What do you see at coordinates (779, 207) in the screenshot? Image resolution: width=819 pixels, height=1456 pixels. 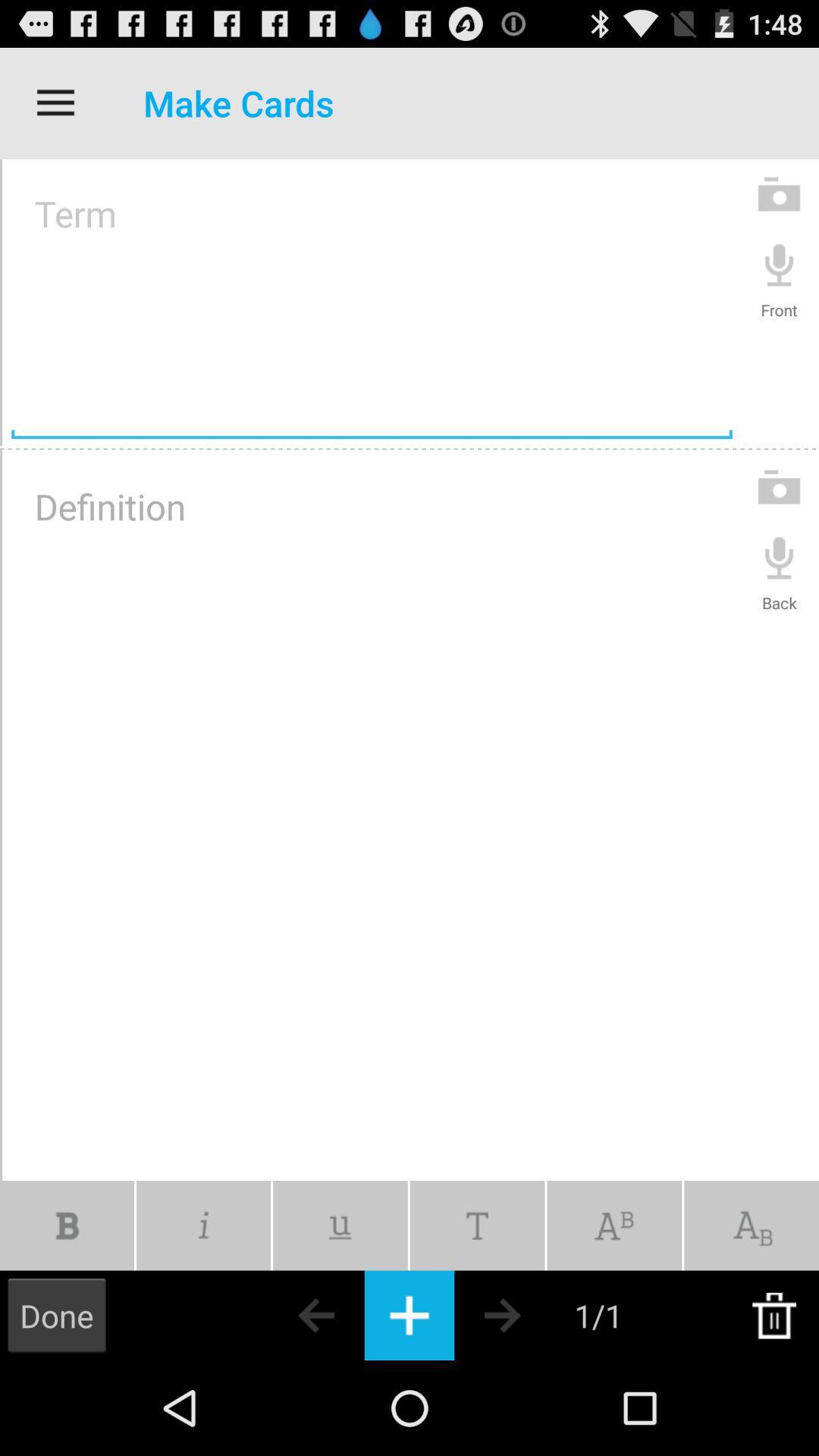 I see `the photo icon` at bounding box center [779, 207].